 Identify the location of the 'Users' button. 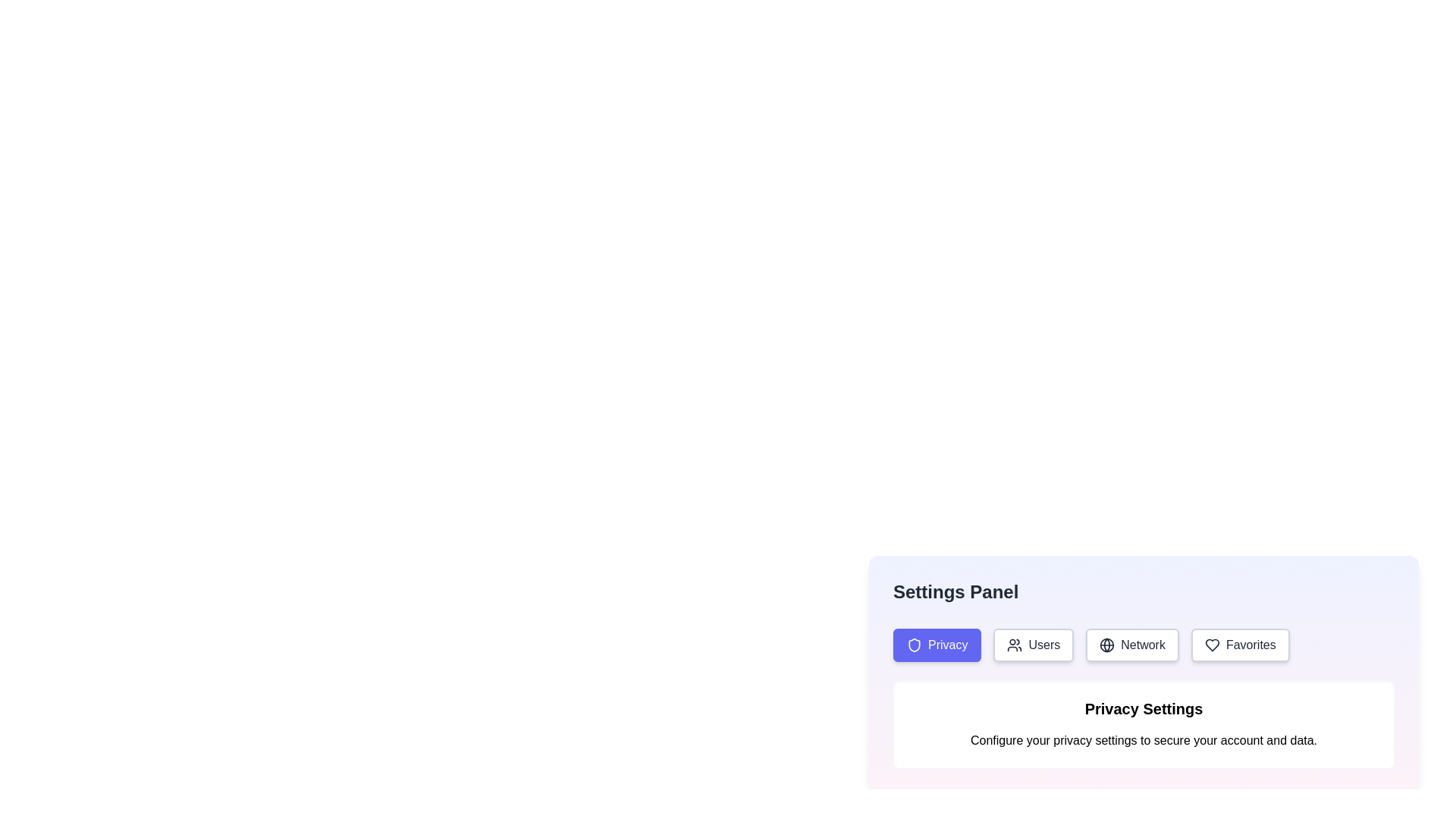
(1043, 645).